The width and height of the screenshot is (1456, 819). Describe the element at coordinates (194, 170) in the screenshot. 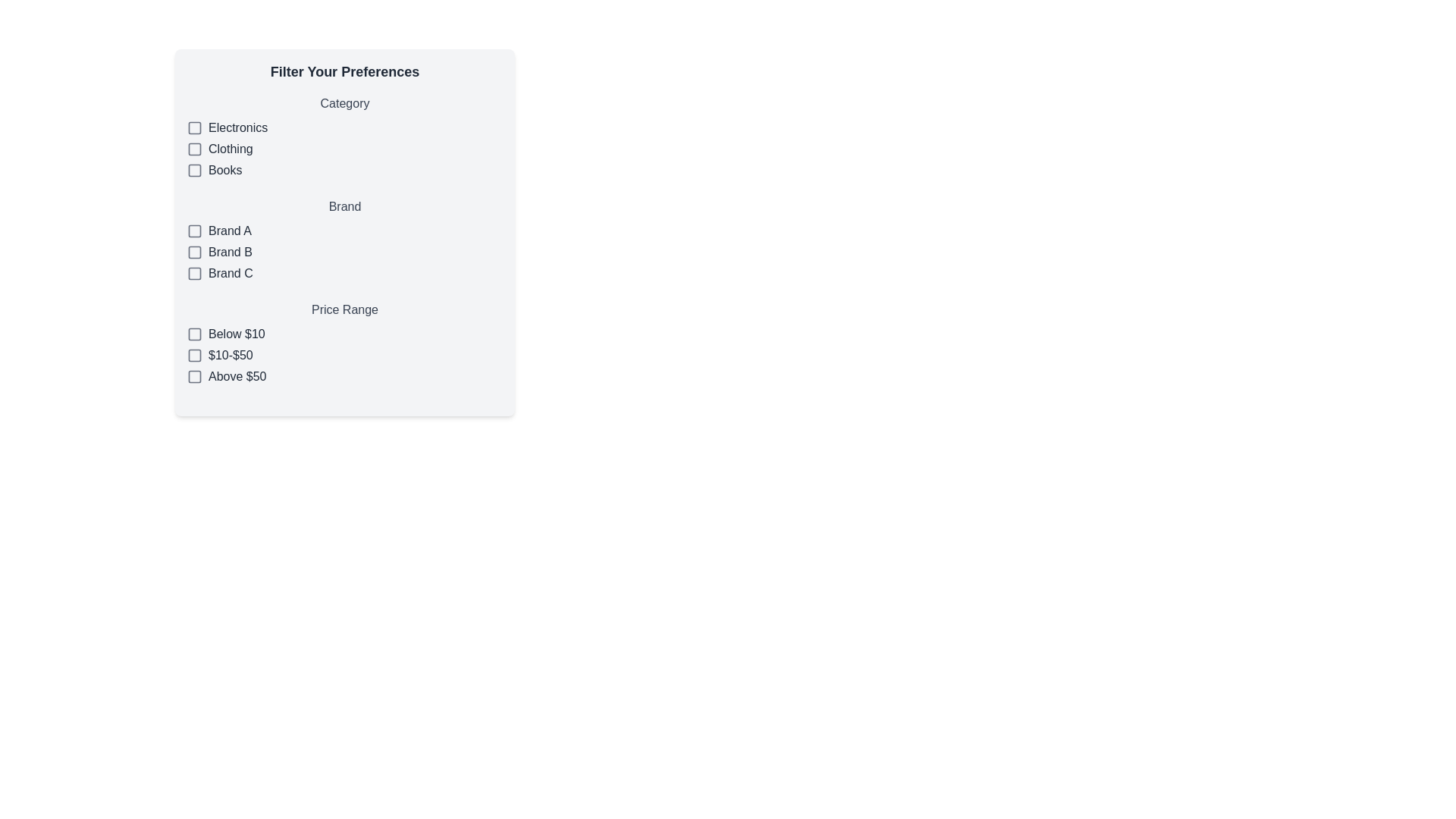

I see `the checkbox graphic associated with the 'Books' category` at that location.